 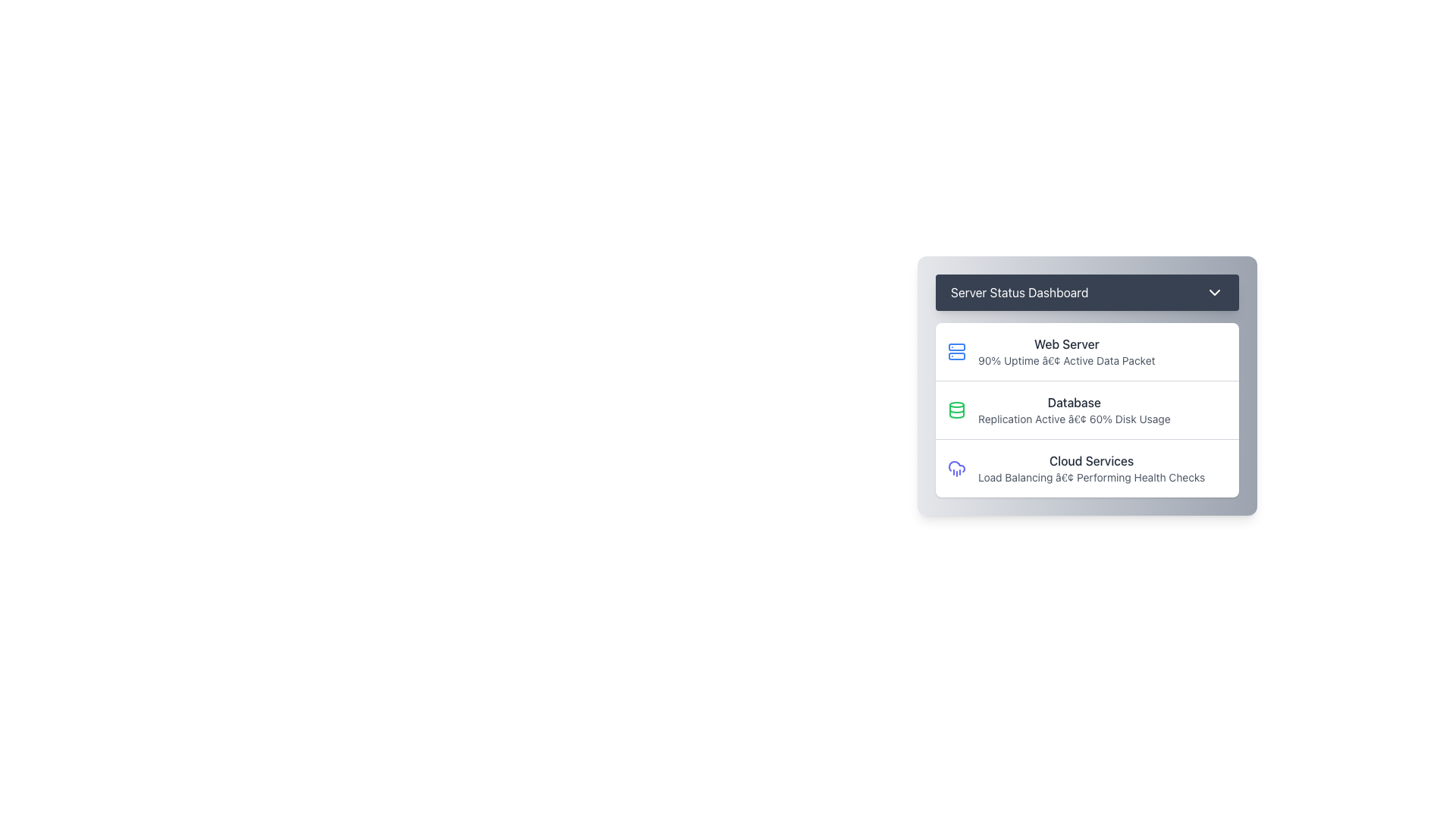 What do you see at coordinates (956, 411) in the screenshot?
I see `the central cylindrical section of the green database icon in the Server Status Dashboard, which indicates 'Database Replication Active • 60% Disk Usage'` at bounding box center [956, 411].